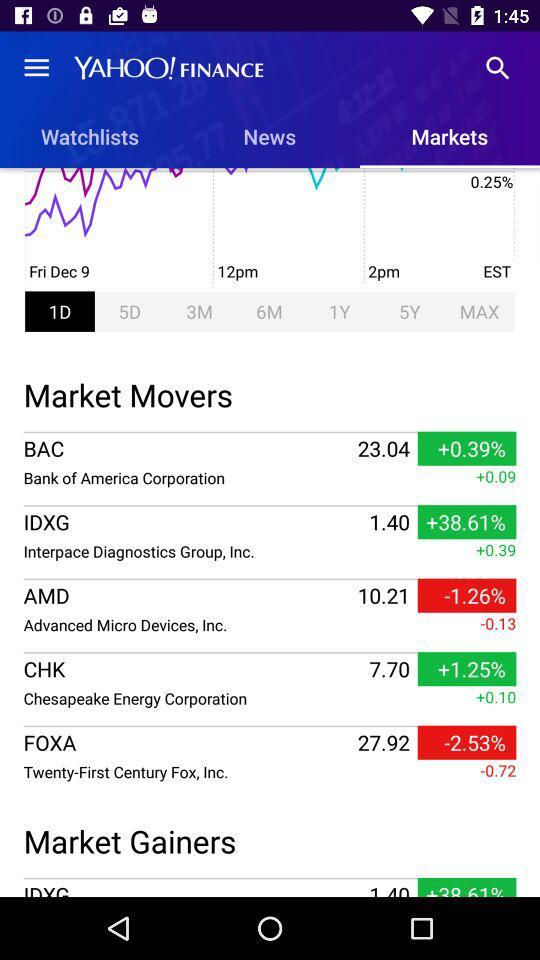 This screenshot has width=540, height=960. What do you see at coordinates (383, 448) in the screenshot?
I see `the item to the right of bac` at bounding box center [383, 448].